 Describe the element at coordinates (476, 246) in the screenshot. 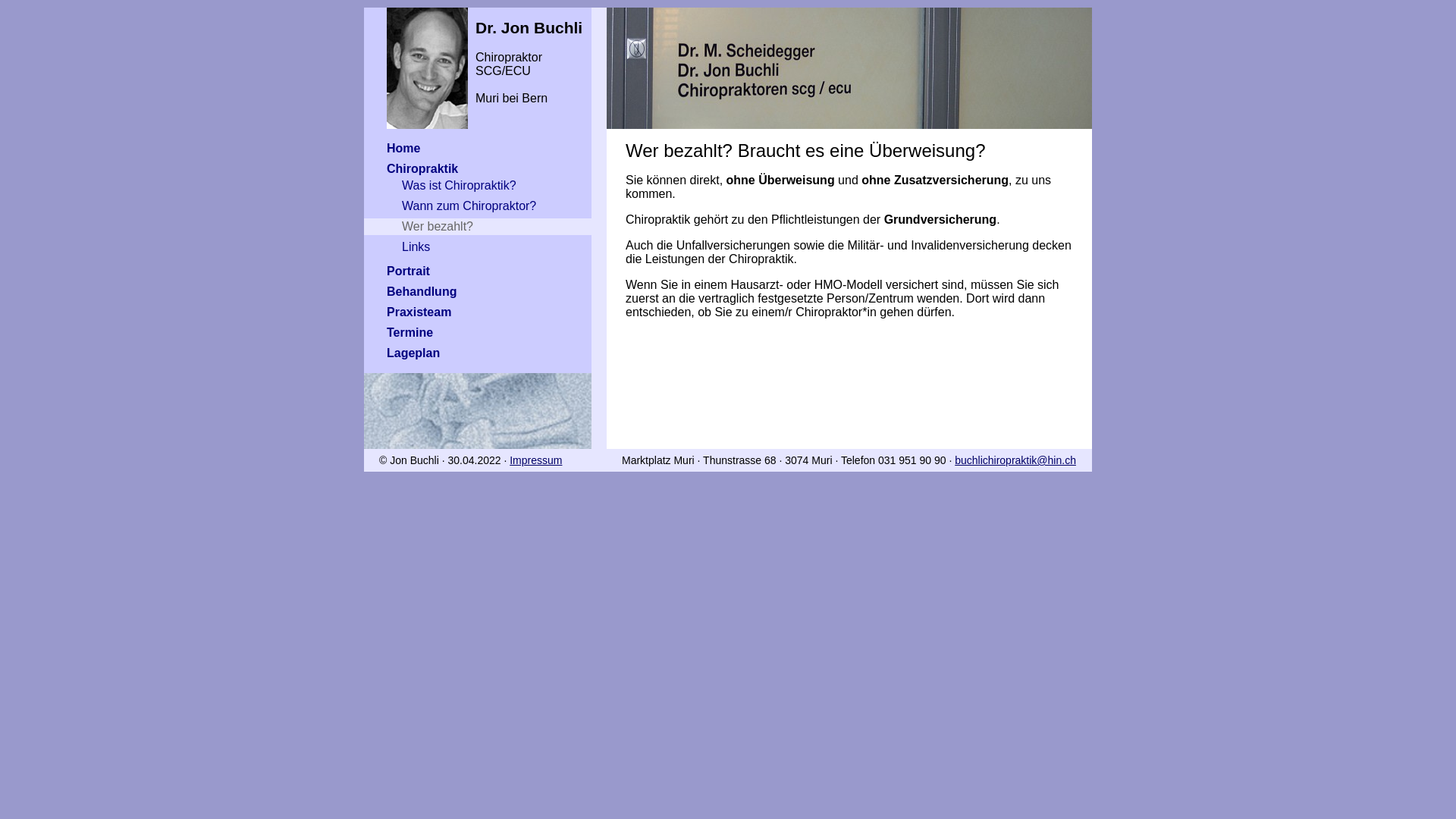

I see `'Links'` at that location.